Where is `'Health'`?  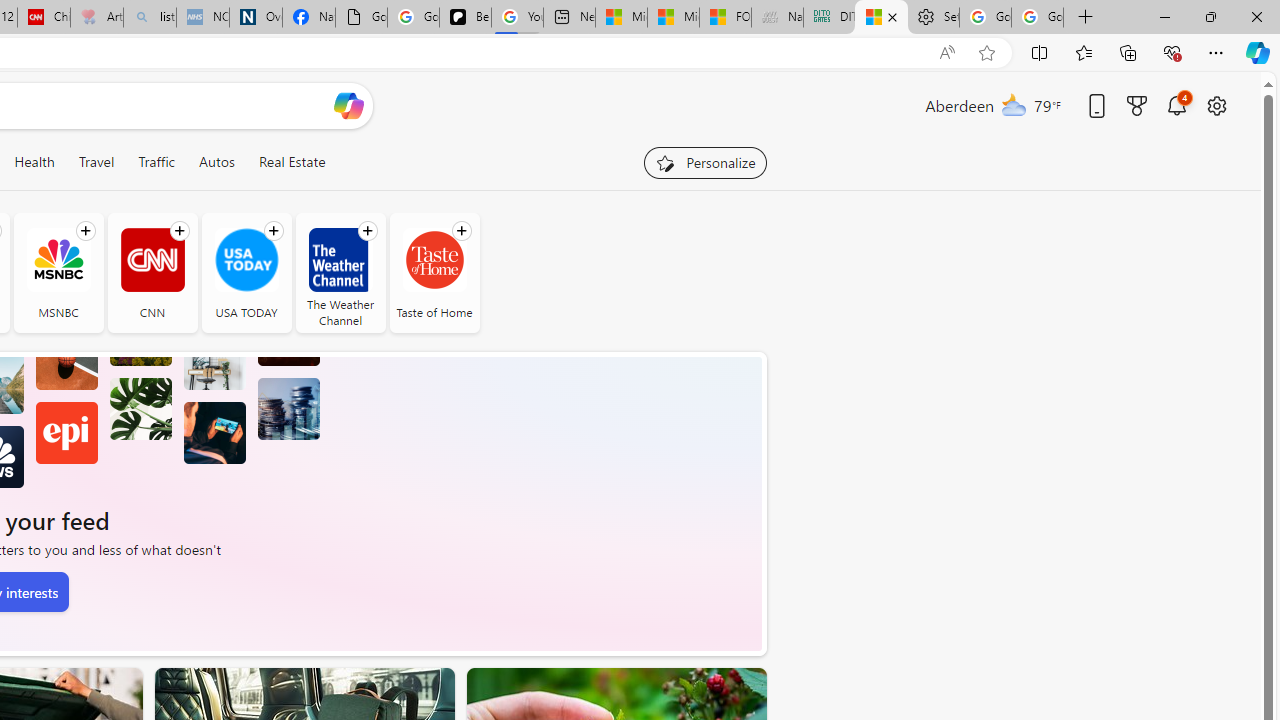 'Health' is located at coordinates (34, 161).